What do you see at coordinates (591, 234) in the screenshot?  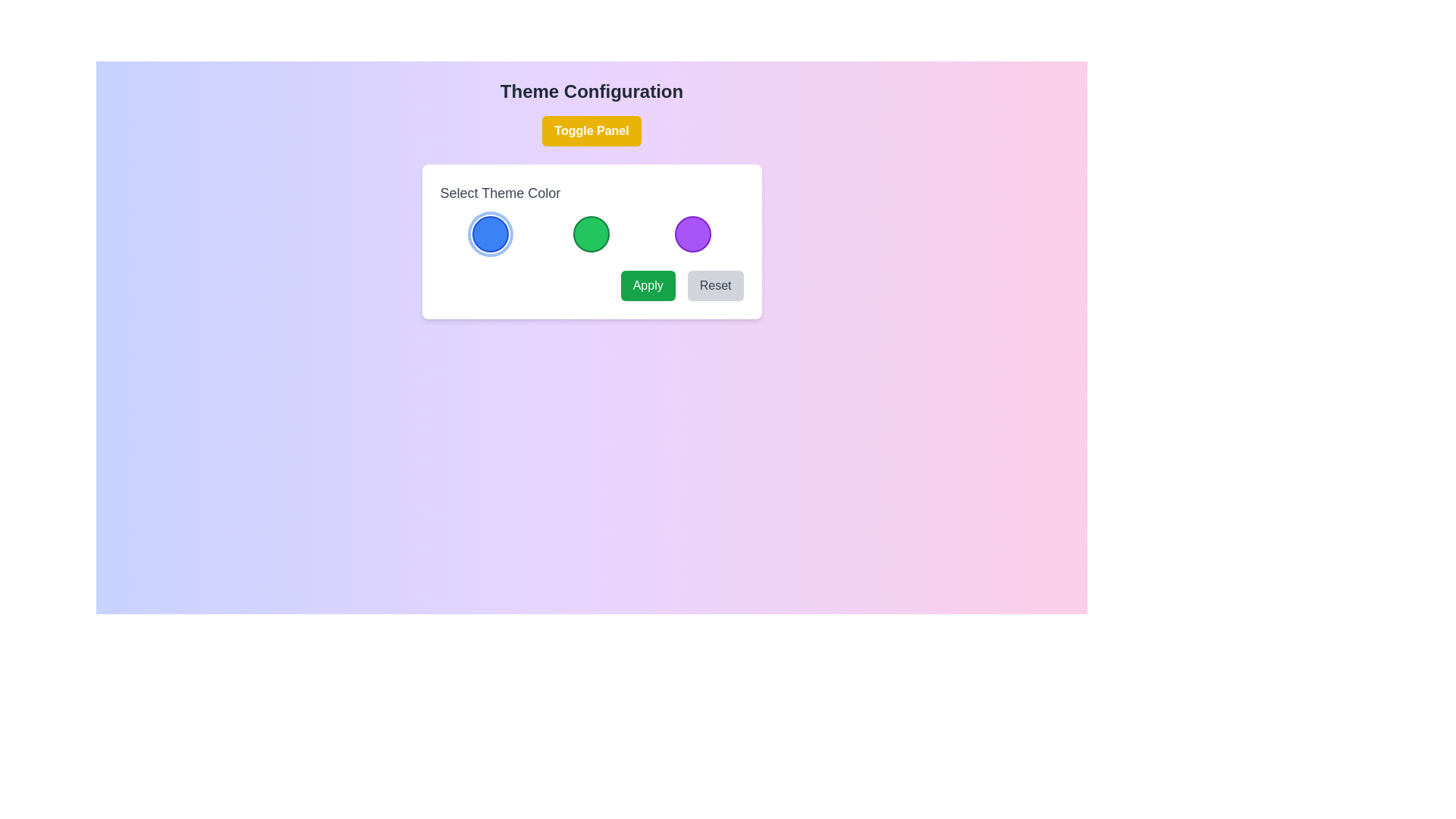 I see `the selectable button for the green color theme, which is the middle circular element in a row of three` at bounding box center [591, 234].